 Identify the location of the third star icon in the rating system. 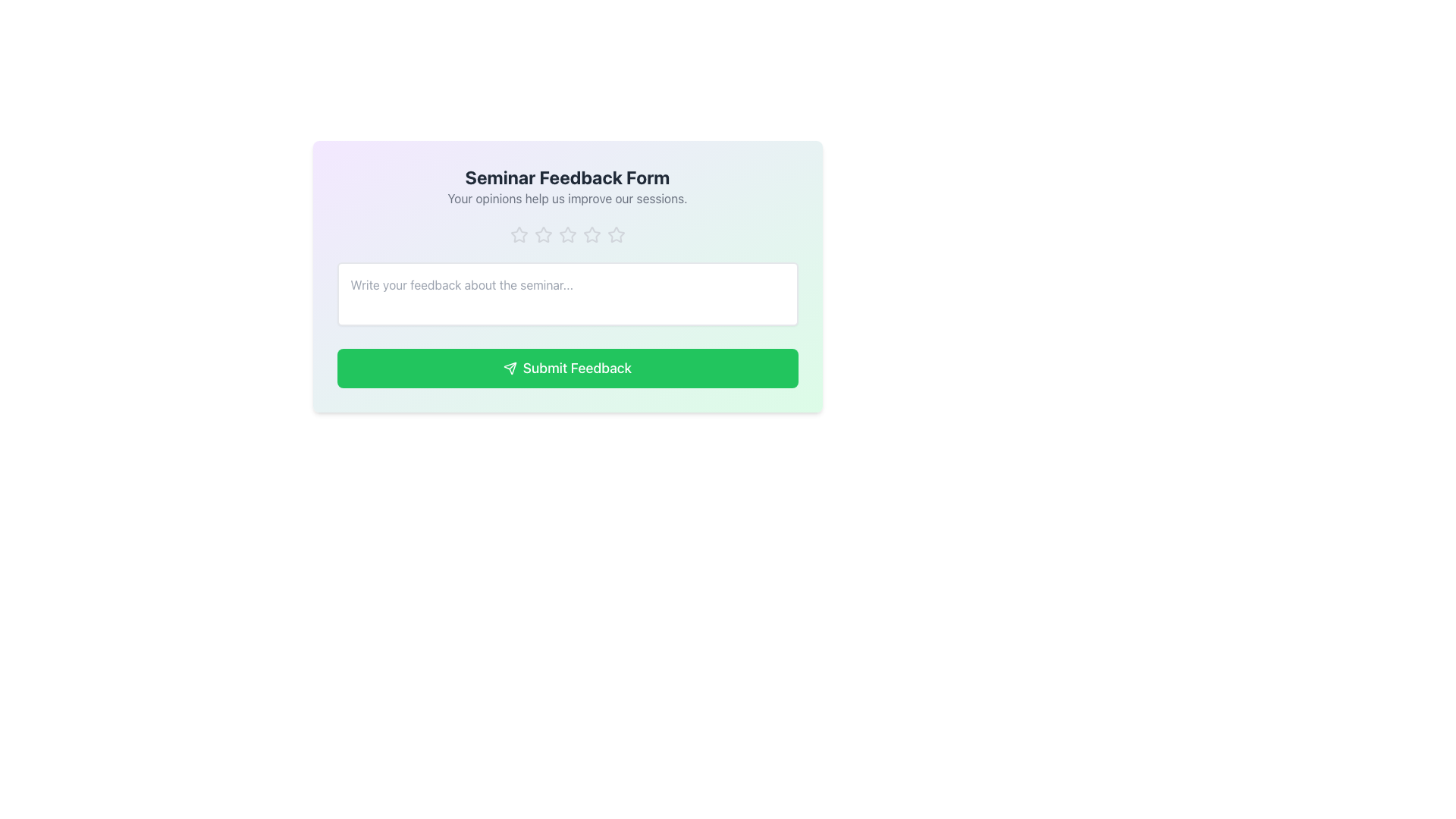
(591, 234).